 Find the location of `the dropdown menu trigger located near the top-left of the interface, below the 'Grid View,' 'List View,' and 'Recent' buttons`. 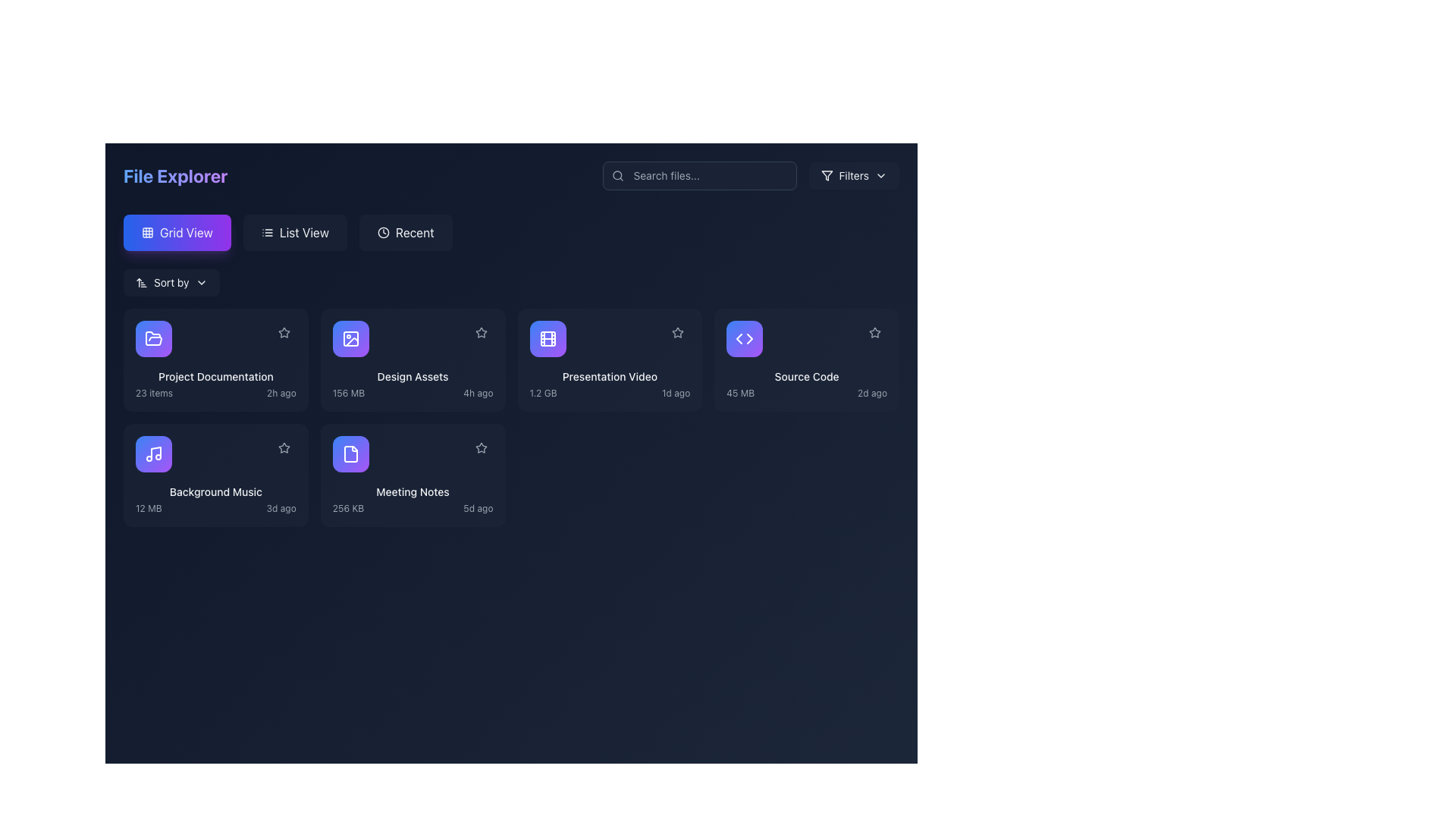

the dropdown menu trigger located near the top-left of the interface, below the 'Grid View,' 'List View,' and 'Recent' buttons is located at coordinates (171, 283).